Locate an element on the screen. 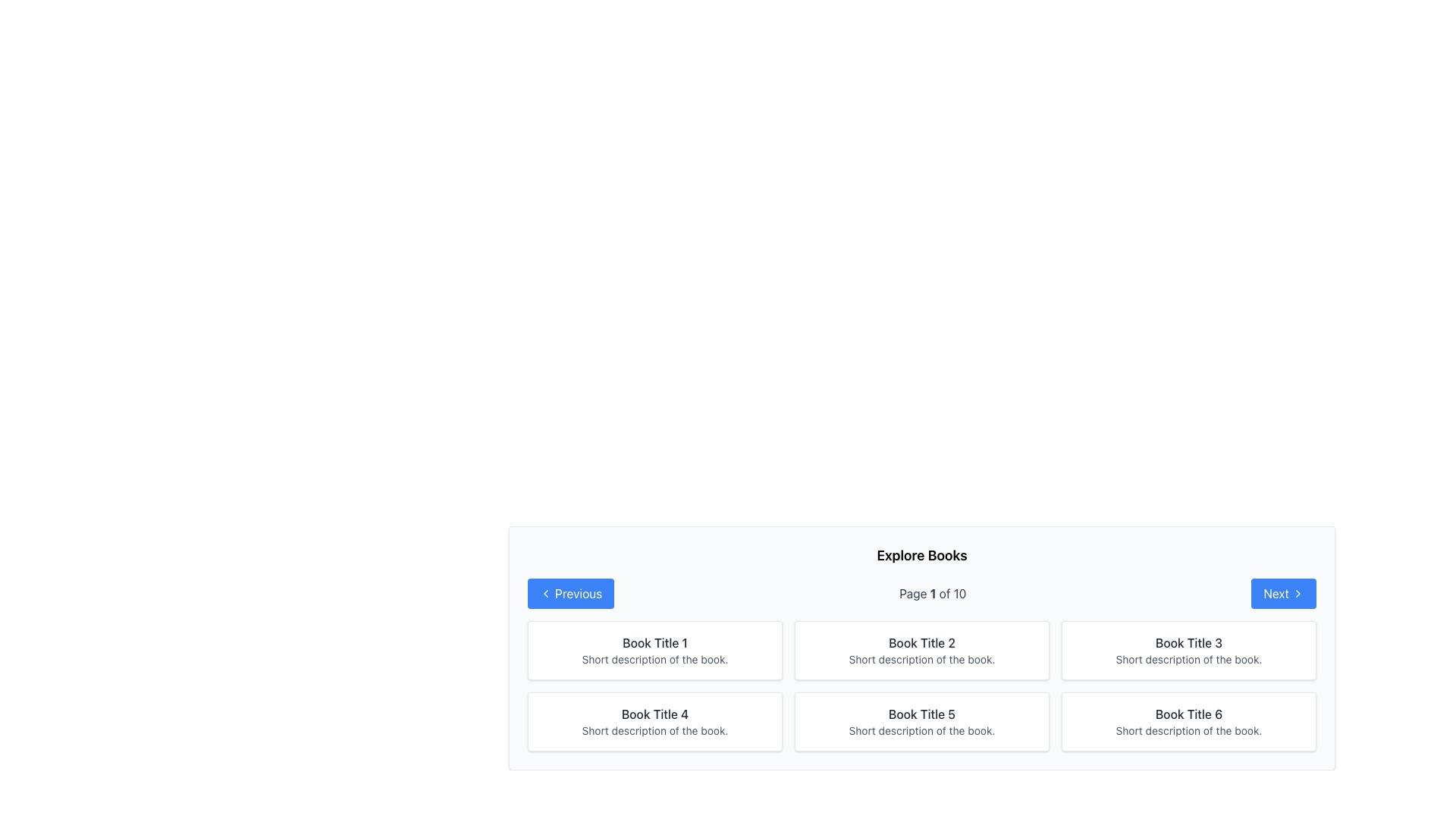  the leftward-pointing chevron icon within the 'Previous' button, which has a blue background and white text, located in the navigation area is located at coordinates (546, 593).